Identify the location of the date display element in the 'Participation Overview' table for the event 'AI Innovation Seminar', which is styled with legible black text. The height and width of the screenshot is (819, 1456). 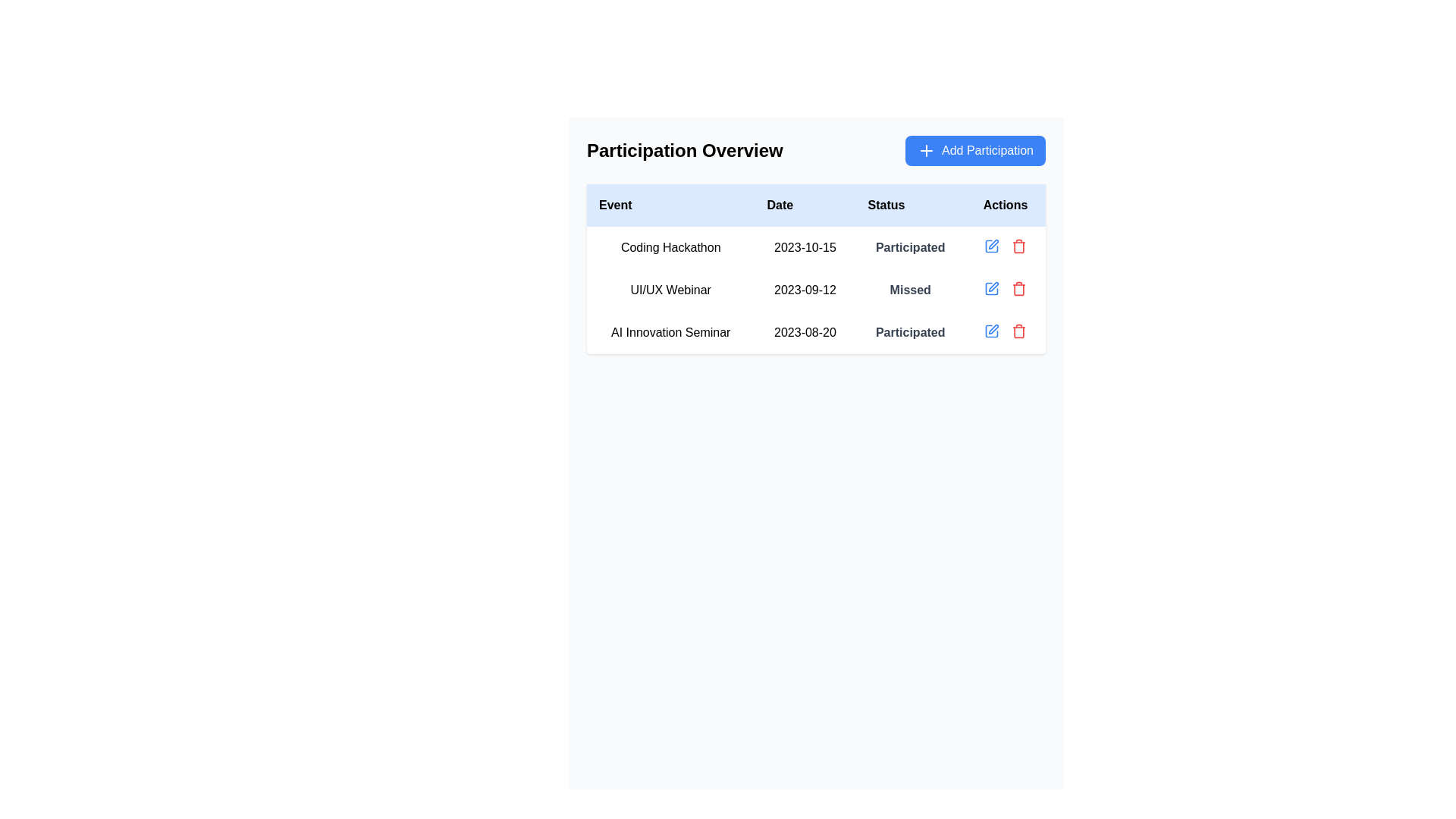
(804, 332).